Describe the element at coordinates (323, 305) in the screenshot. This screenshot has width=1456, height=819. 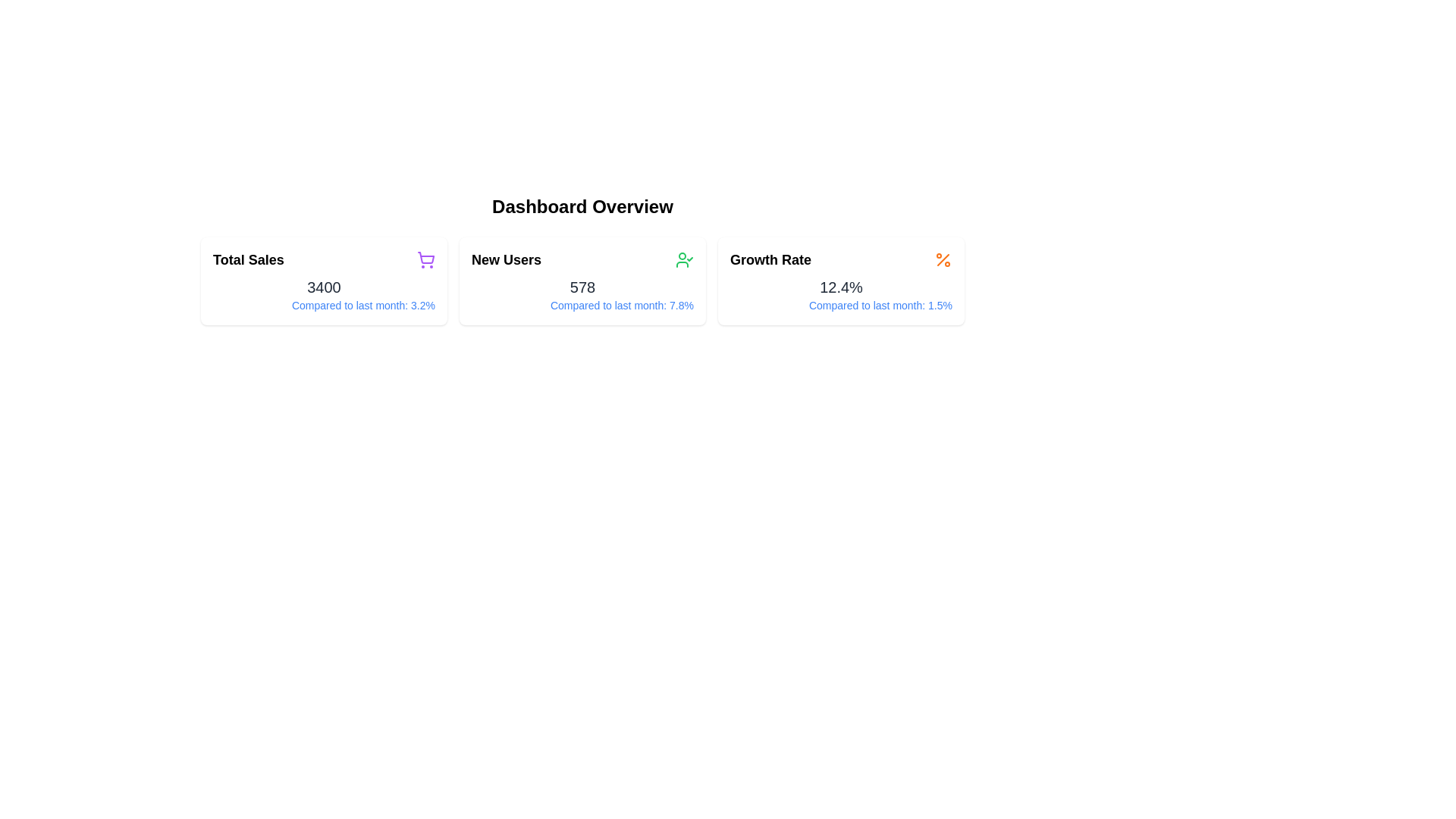
I see `the informational text label that compares current sales to the previous month's value, located at the bottom of the card in the leftmost group of the dashboard view` at that location.